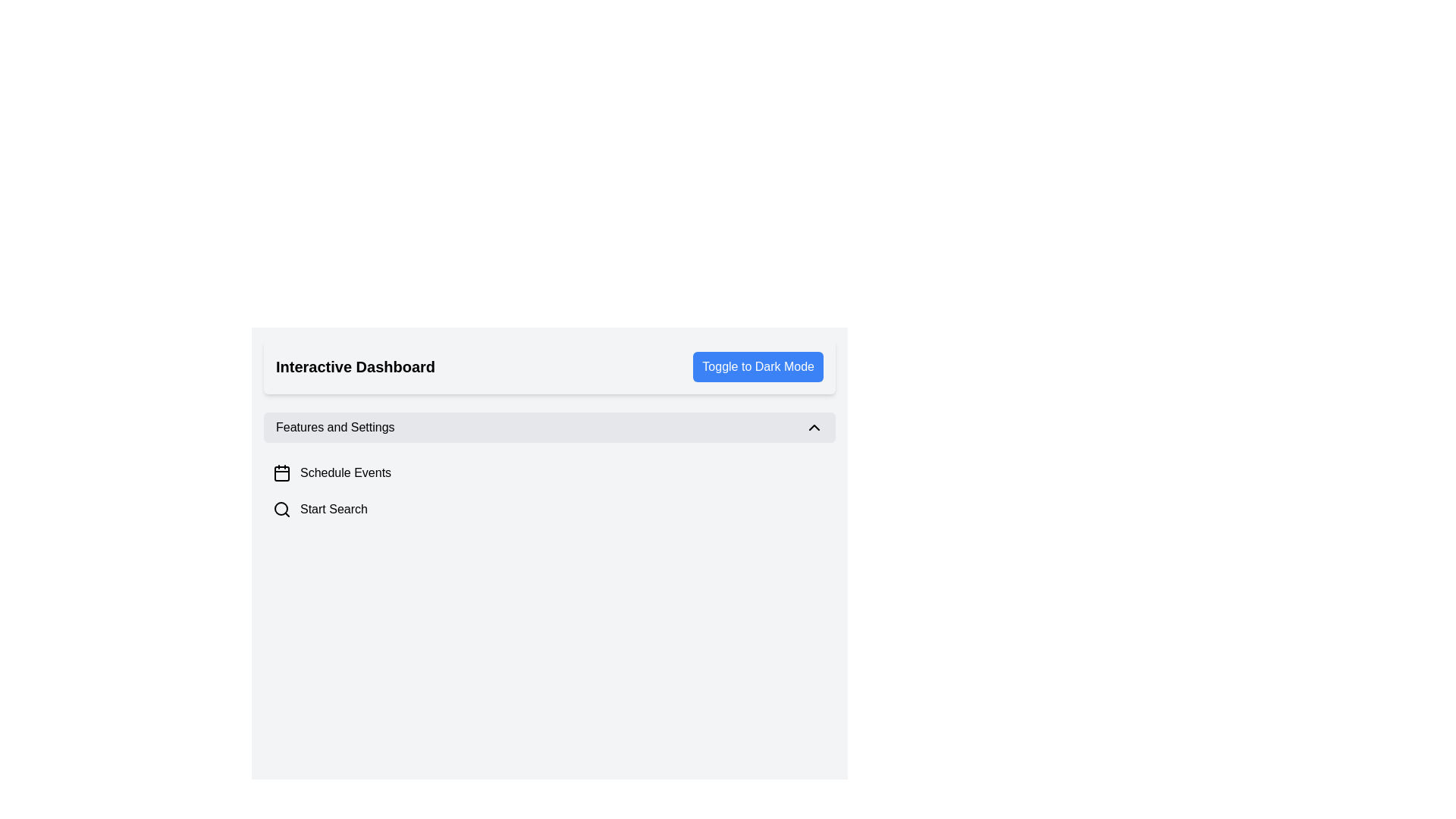 This screenshot has height=819, width=1456. What do you see at coordinates (282, 472) in the screenshot?
I see `the SVG-based icon that serves as a button for accessing the 'Schedule Events' section` at bounding box center [282, 472].